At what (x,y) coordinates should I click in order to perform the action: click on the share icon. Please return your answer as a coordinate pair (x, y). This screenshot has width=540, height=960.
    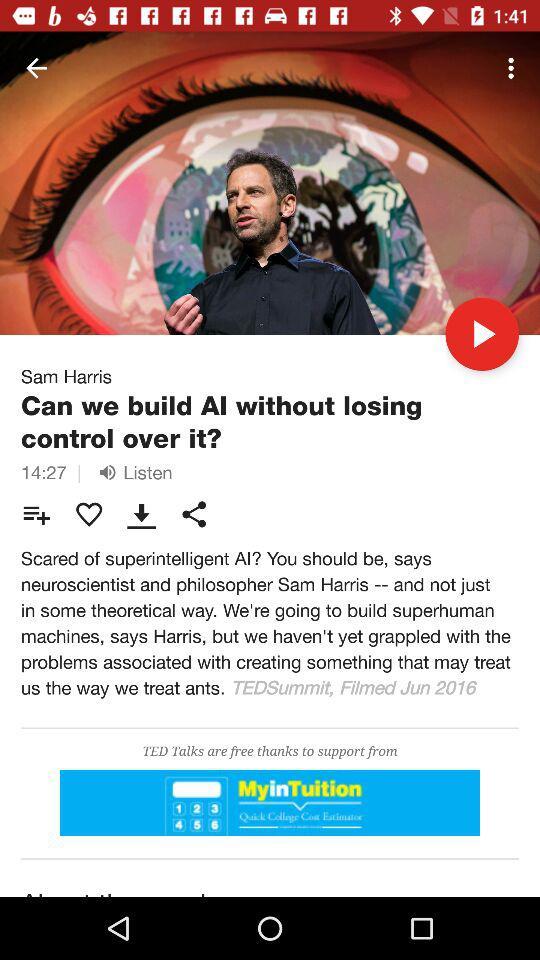
    Looking at the image, I should click on (194, 513).